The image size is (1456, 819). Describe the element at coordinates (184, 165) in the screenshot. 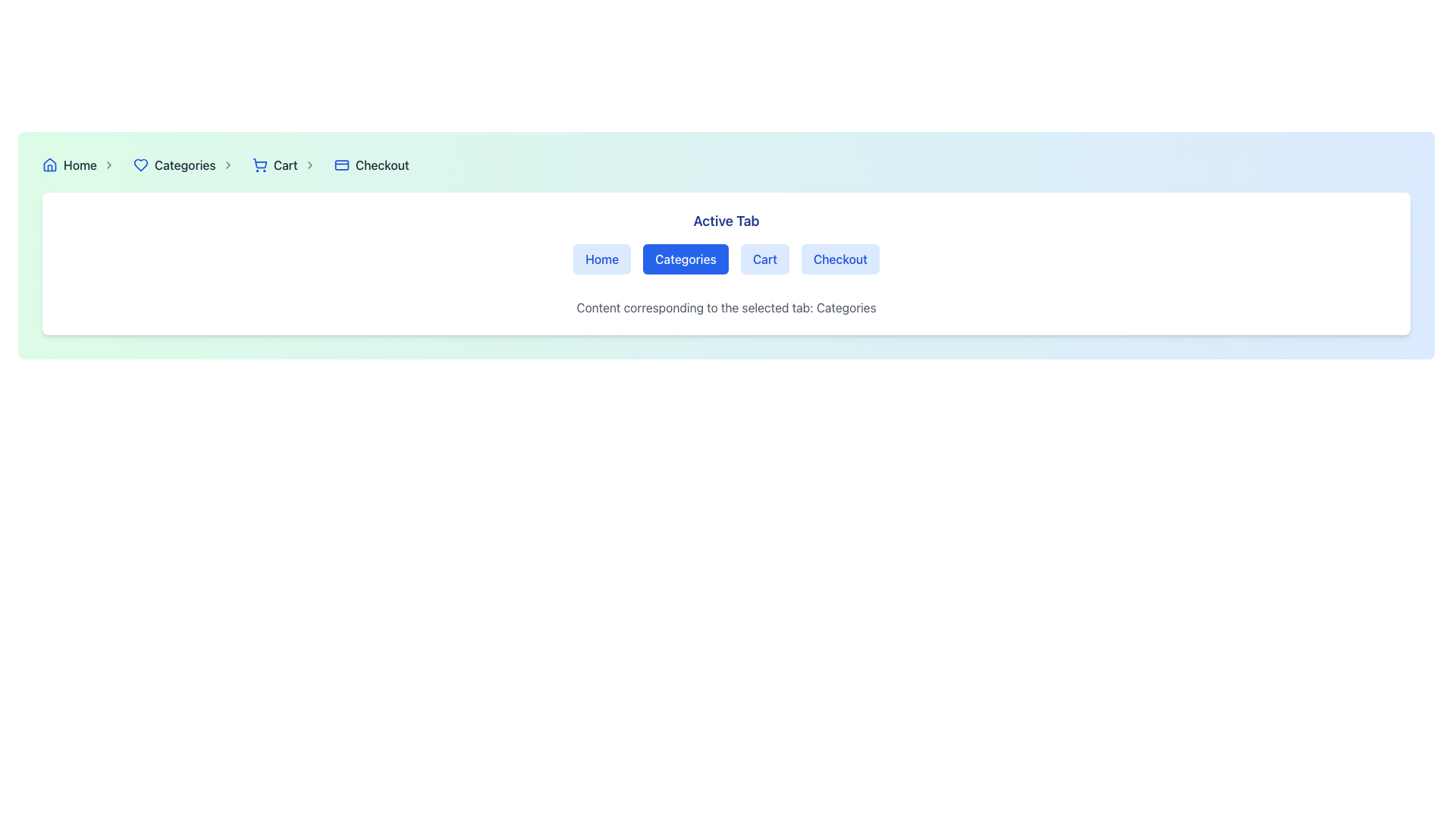

I see `the 'Categories' hyperlink in the navigation bar` at that location.